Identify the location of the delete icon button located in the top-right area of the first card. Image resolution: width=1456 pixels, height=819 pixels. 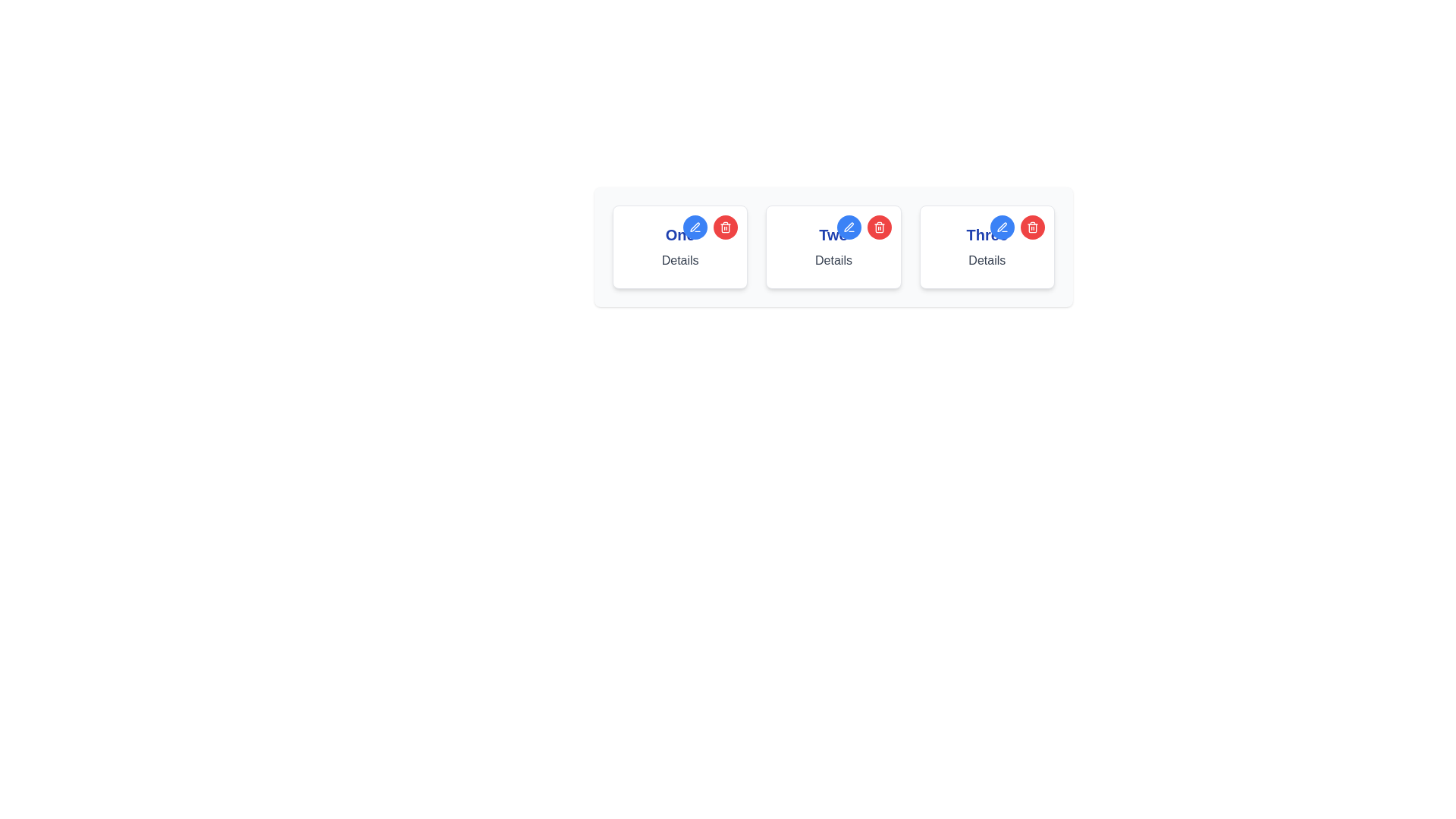
(725, 227).